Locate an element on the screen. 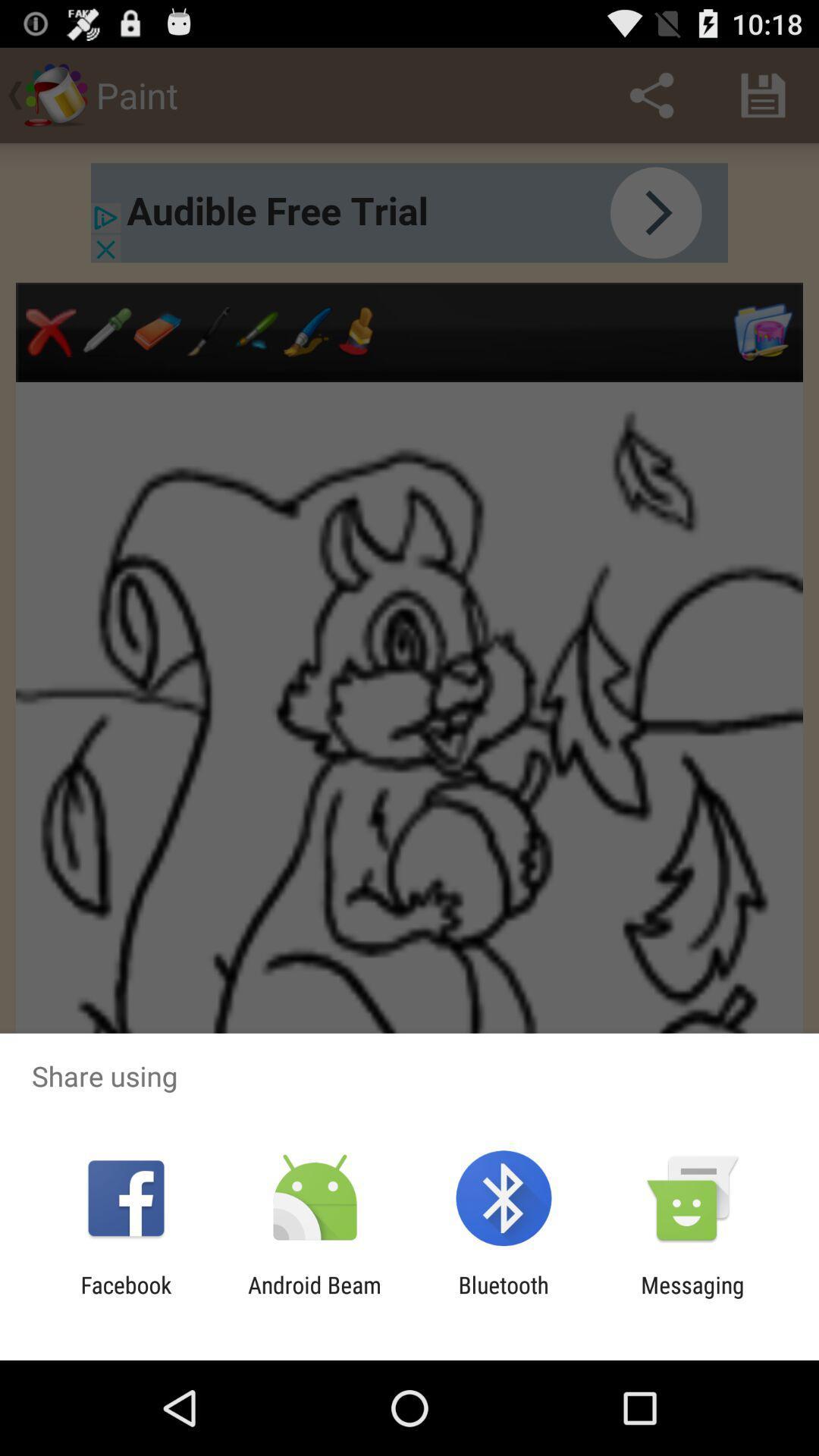 The width and height of the screenshot is (819, 1456). the item next to messaging is located at coordinates (504, 1298).